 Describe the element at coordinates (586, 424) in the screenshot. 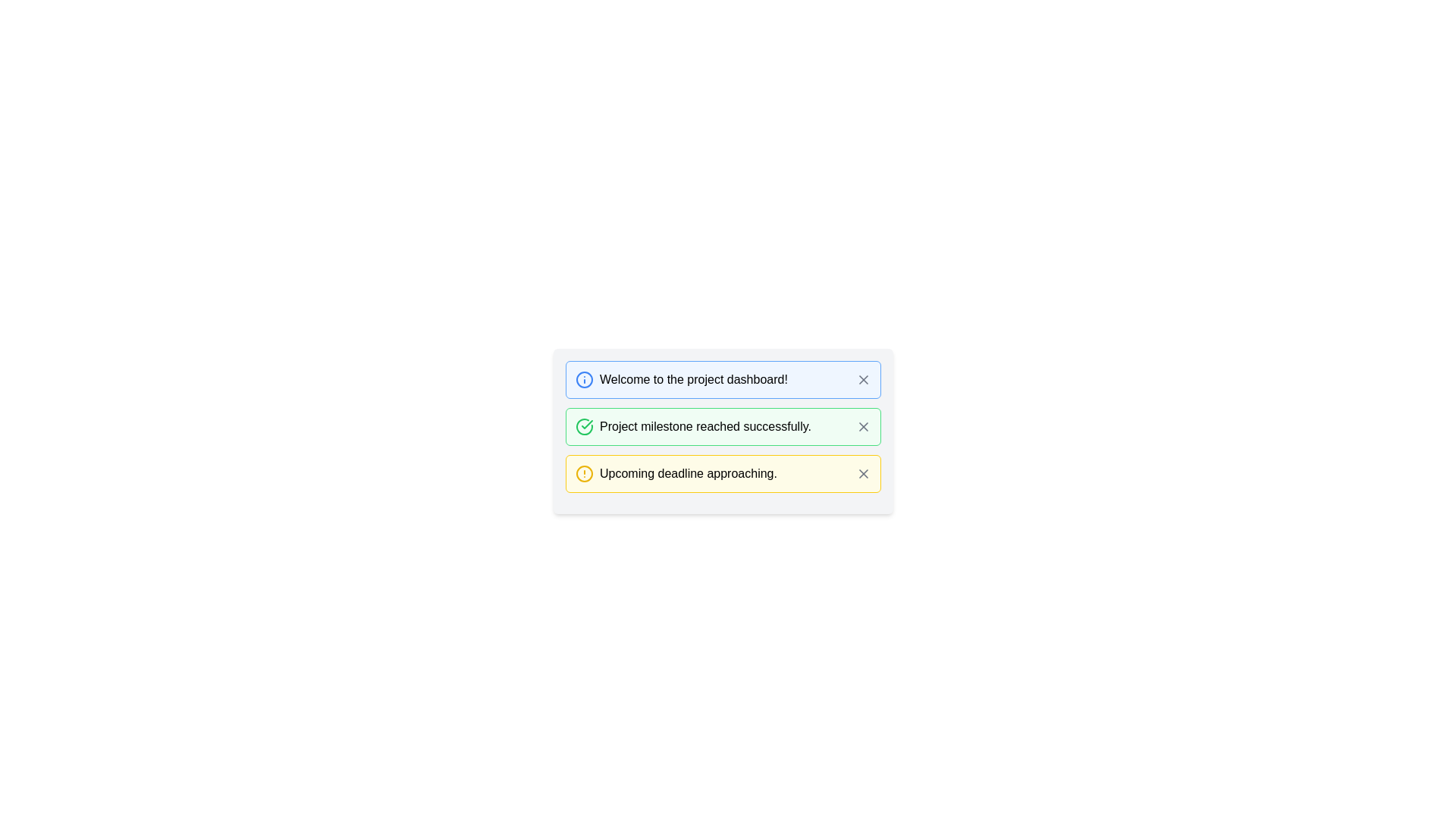

I see `the visual indicator icon located in the second notification card from the top, next to the text 'Project milestone reached successfully.'` at that location.